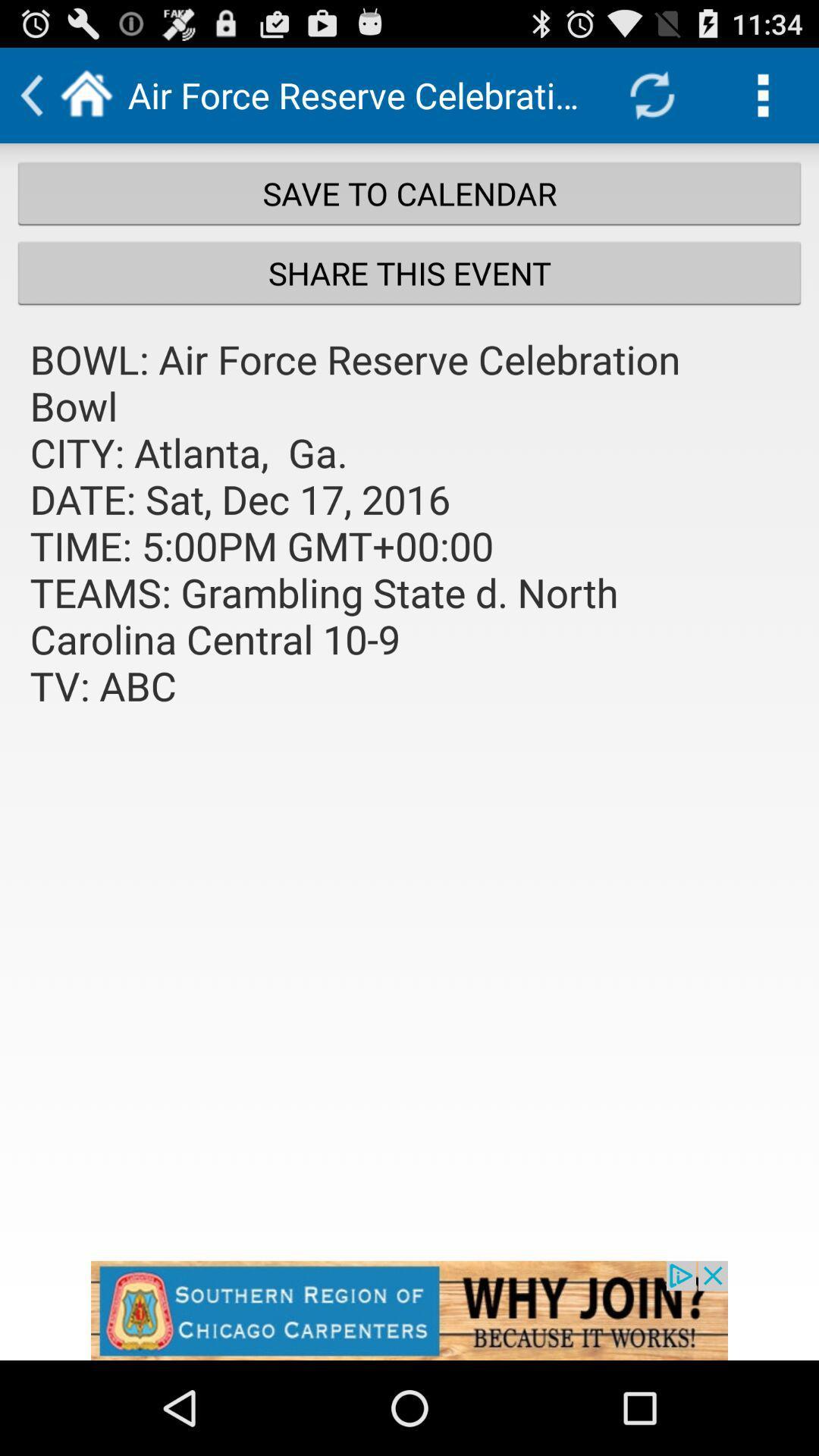 This screenshot has width=819, height=1456. What do you see at coordinates (409, 1310) in the screenshot?
I see `space where you access advertising` at bounding box center [409, 1310].